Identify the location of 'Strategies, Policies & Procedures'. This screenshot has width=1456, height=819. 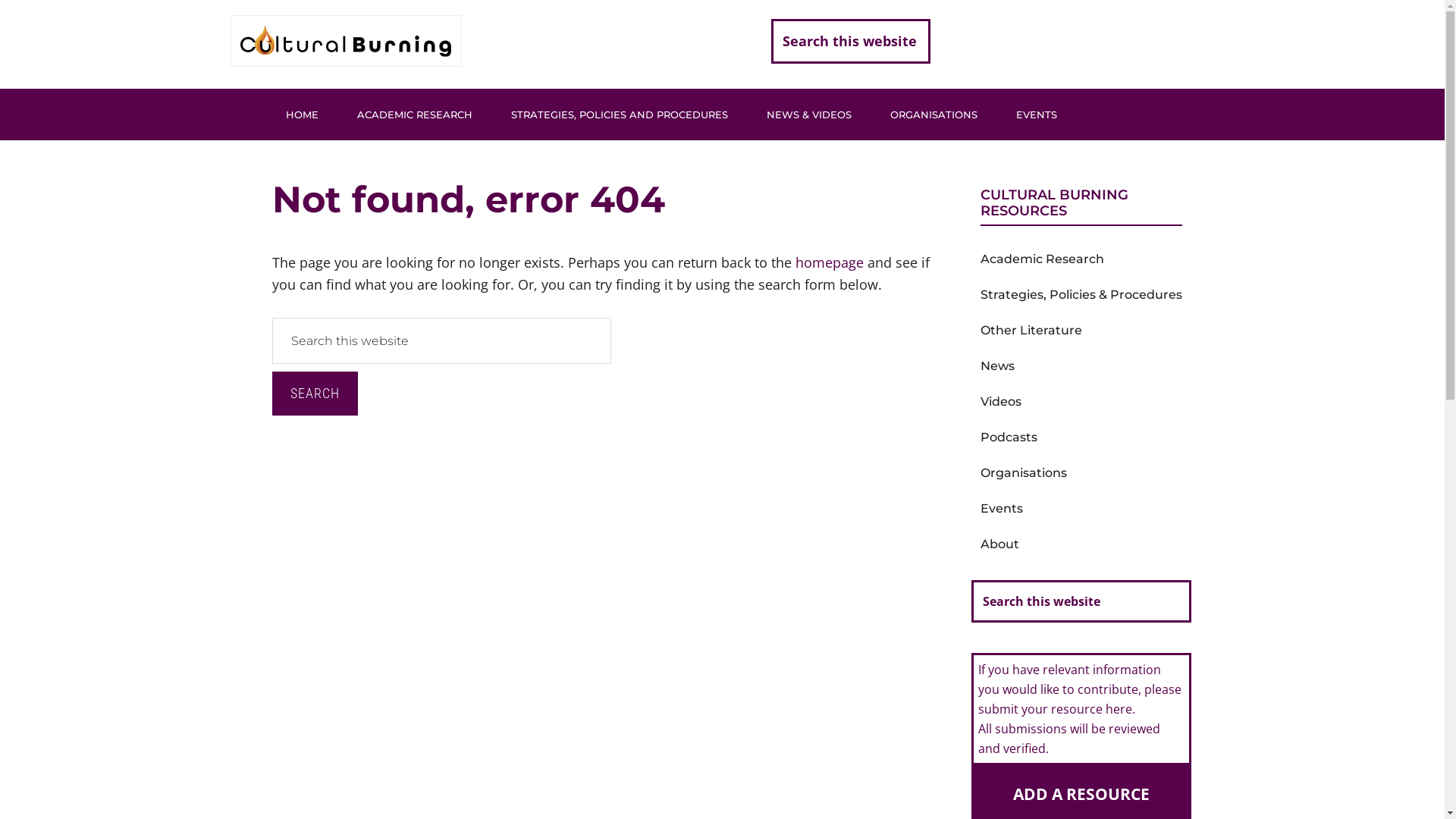
(1080, 294).